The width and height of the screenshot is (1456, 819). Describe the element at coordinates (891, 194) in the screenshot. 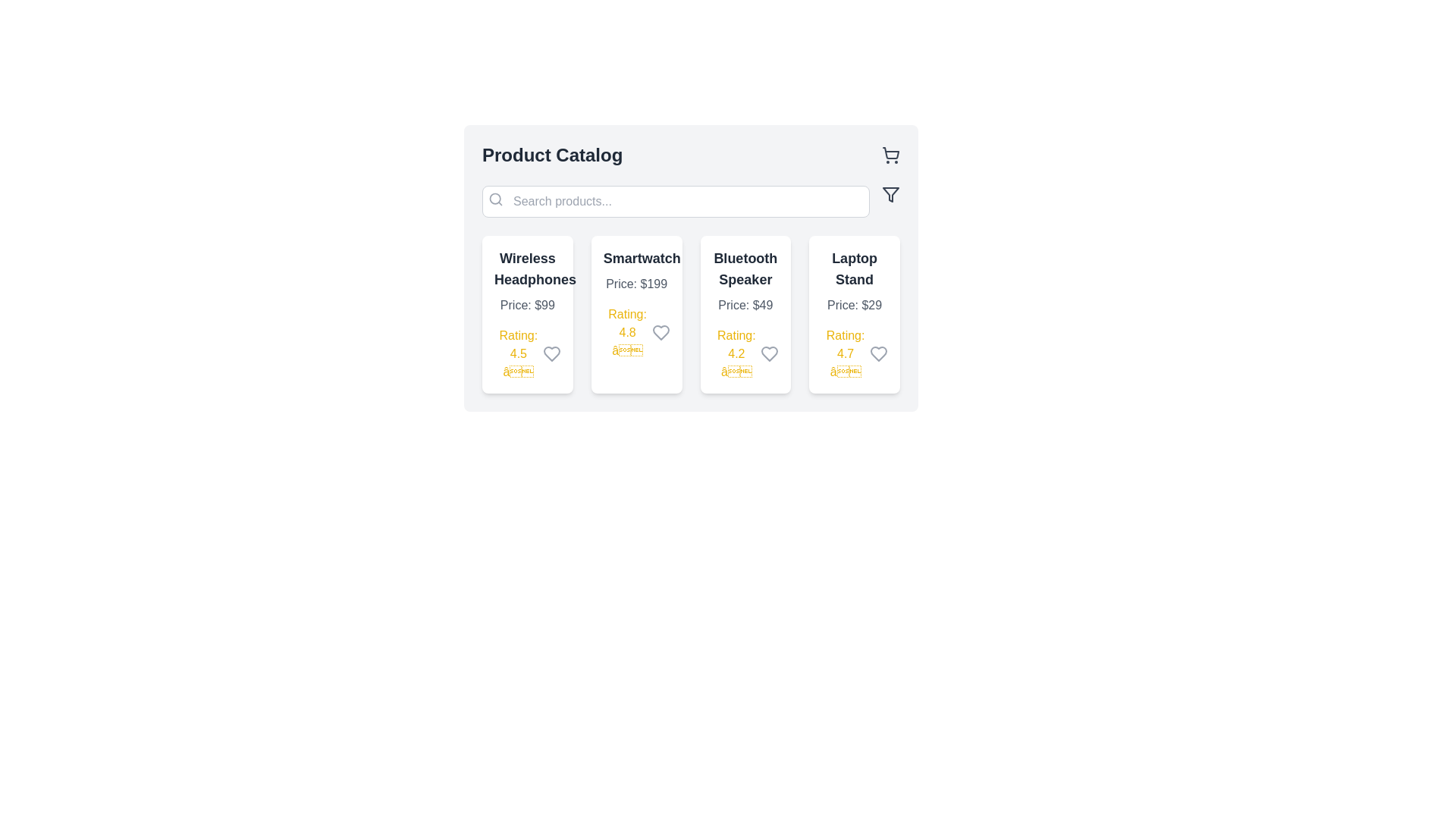

I see `the filter icon located at the top-right corner of the header area` at that location.